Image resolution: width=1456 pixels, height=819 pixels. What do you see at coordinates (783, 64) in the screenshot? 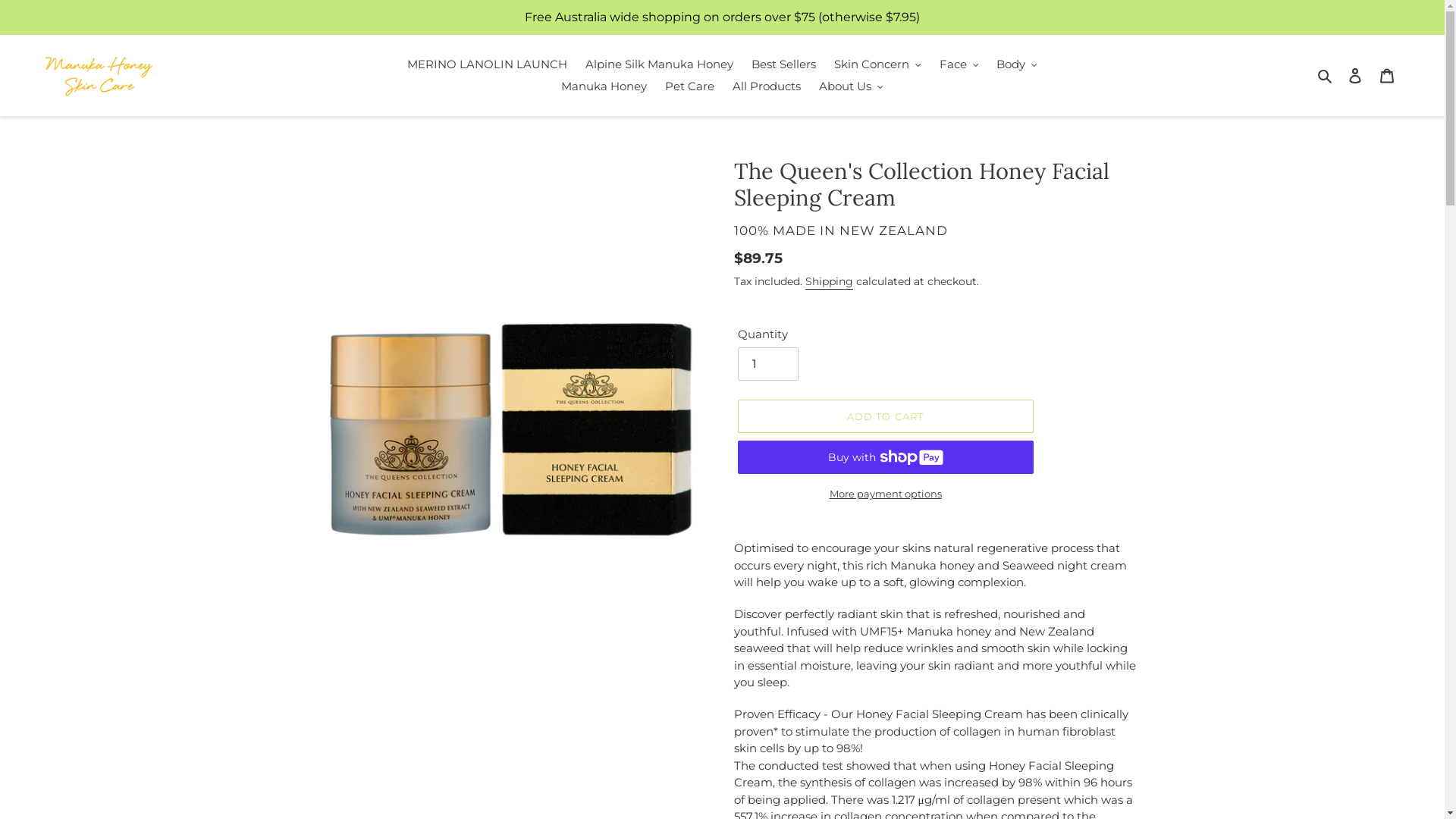
I see `'Best Sellers'` at bounding box center [783, 64].